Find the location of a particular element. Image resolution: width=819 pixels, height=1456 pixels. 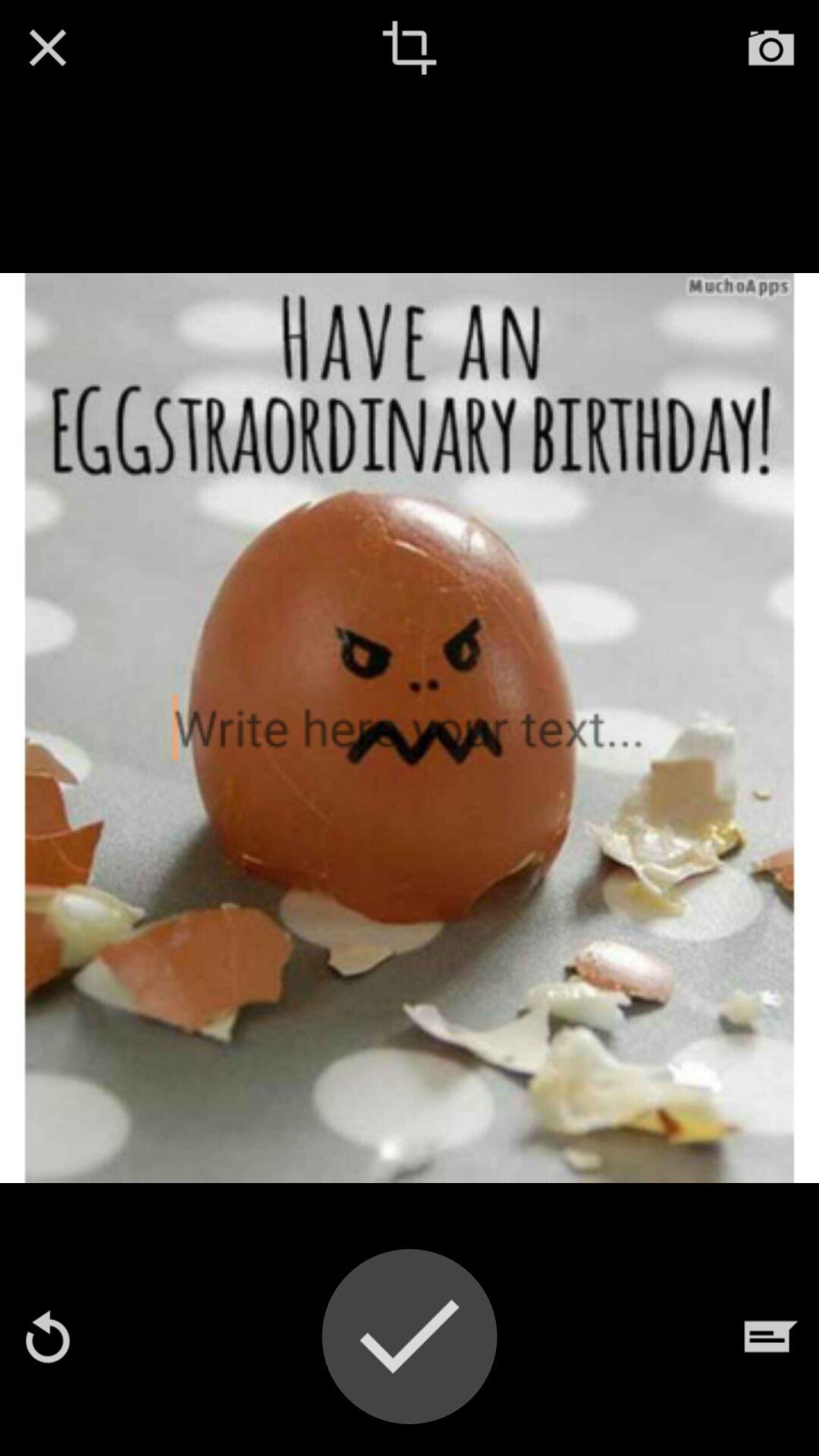

confirm is located at coordinates (409, 1336).